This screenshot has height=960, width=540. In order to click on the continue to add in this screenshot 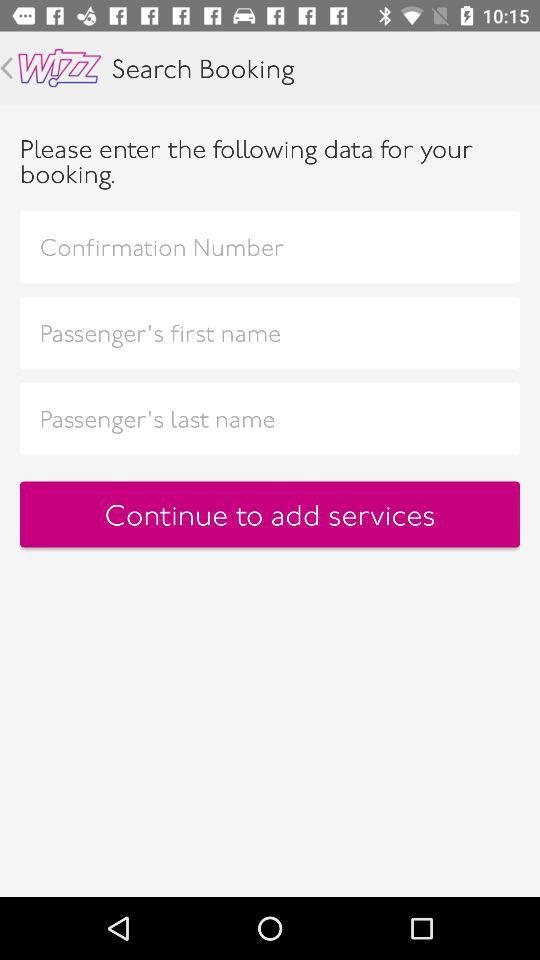, I will do `click(270, 513)`.